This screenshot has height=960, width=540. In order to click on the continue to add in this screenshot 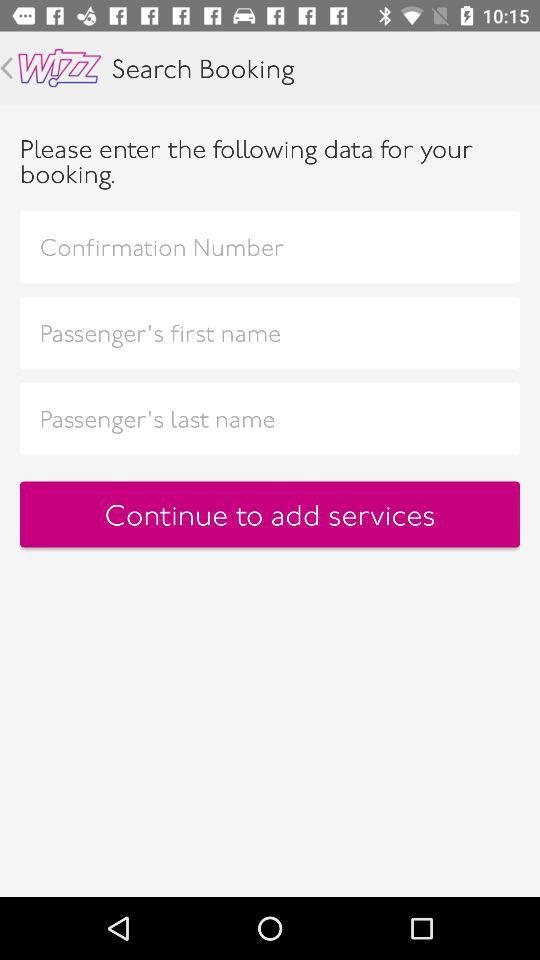, I will do `click(270, 513)`.